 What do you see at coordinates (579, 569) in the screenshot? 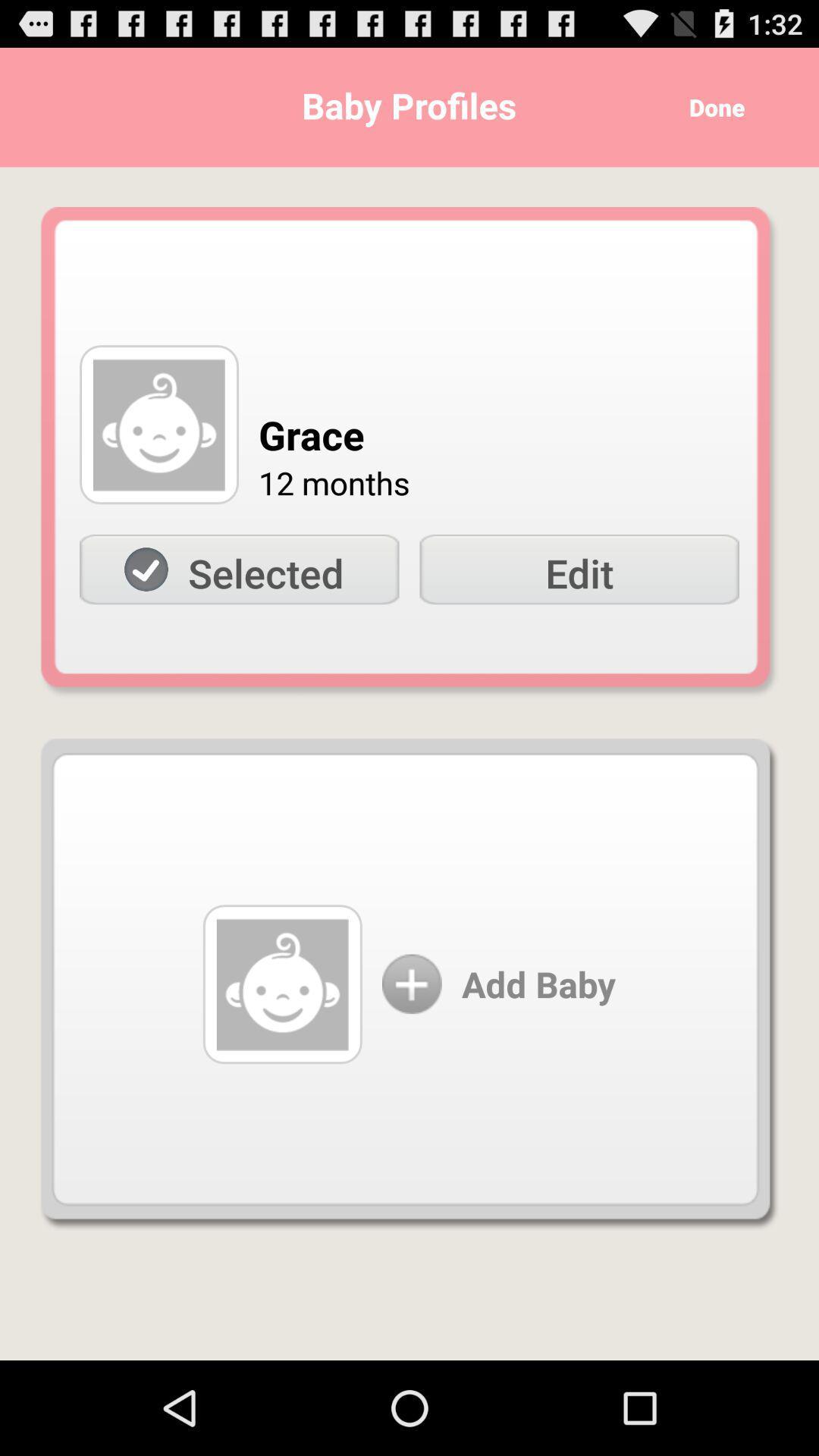
I see `icon below the done item` at bounding box center [579, 569].